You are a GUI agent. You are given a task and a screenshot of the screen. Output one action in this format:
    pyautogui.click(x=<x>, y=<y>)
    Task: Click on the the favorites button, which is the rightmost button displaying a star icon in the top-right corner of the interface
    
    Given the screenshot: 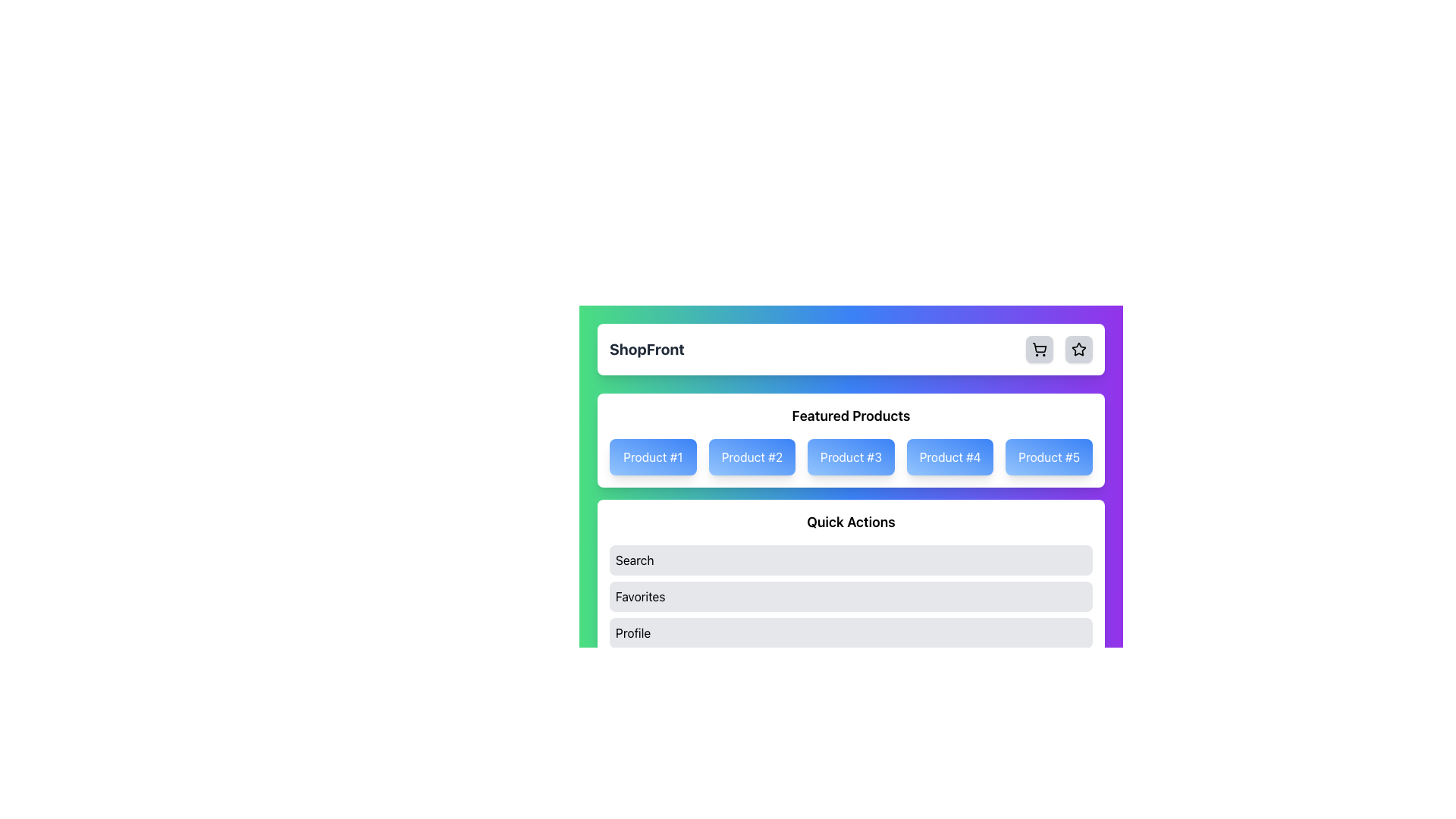 What is the action you would take?
    pyautogui.click(x=1078, y=350)
    